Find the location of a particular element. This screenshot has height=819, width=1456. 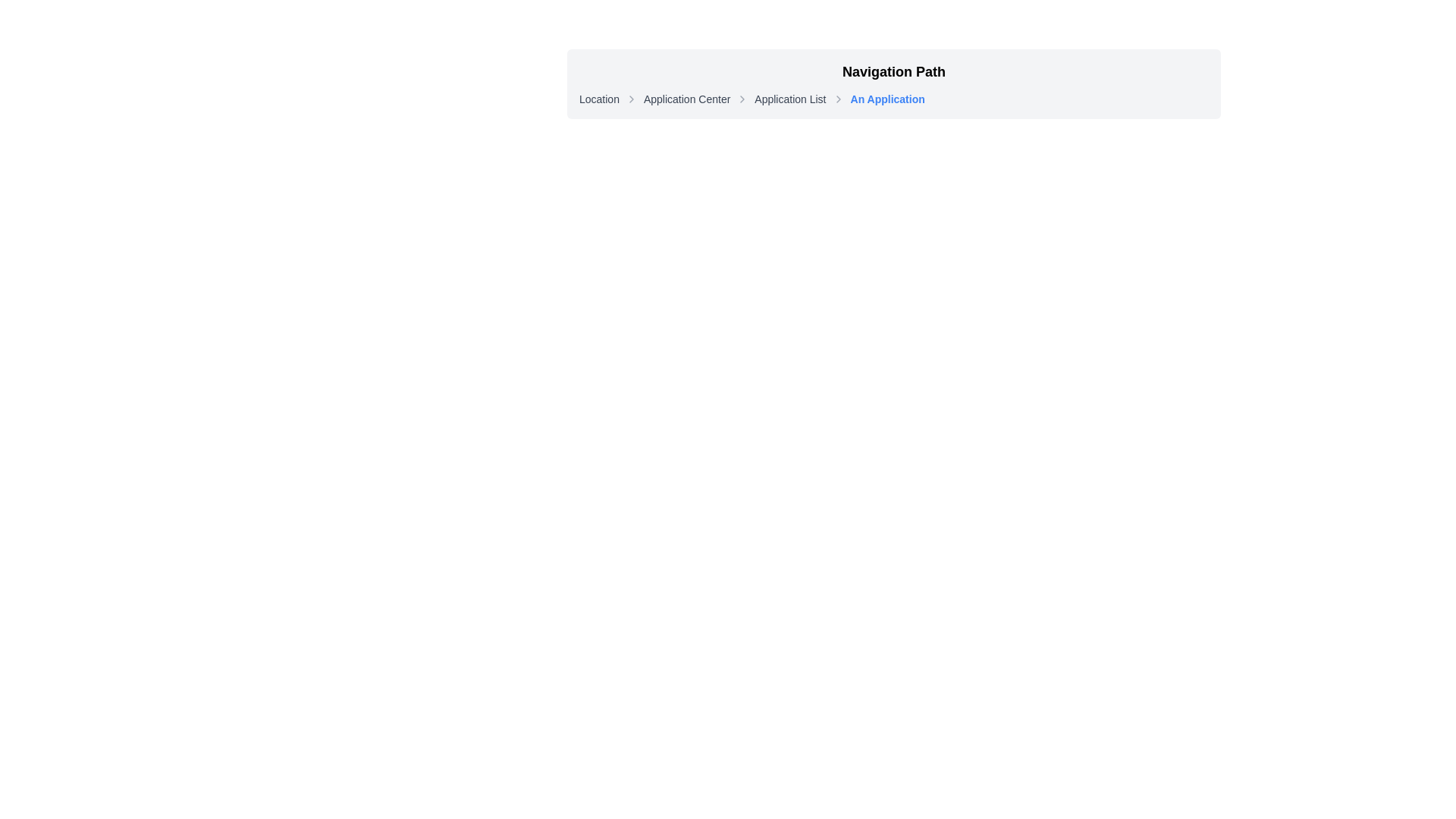

the first interactive text link in the breadcrumb navigation bar to underline it is located at coordinates (598, 99).